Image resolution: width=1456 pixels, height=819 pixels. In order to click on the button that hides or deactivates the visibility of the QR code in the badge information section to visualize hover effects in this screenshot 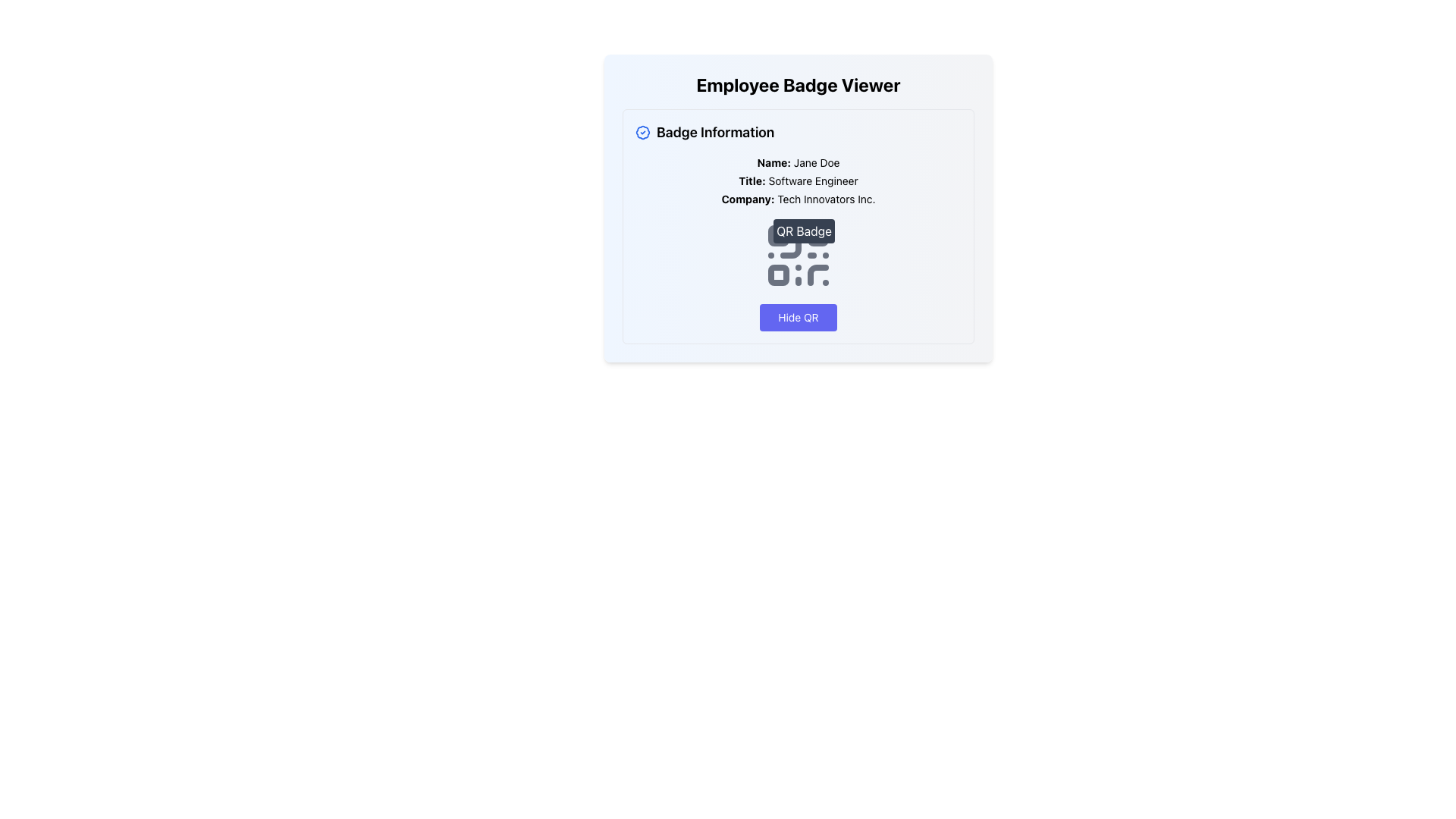, I will do `click(797, 317)`.